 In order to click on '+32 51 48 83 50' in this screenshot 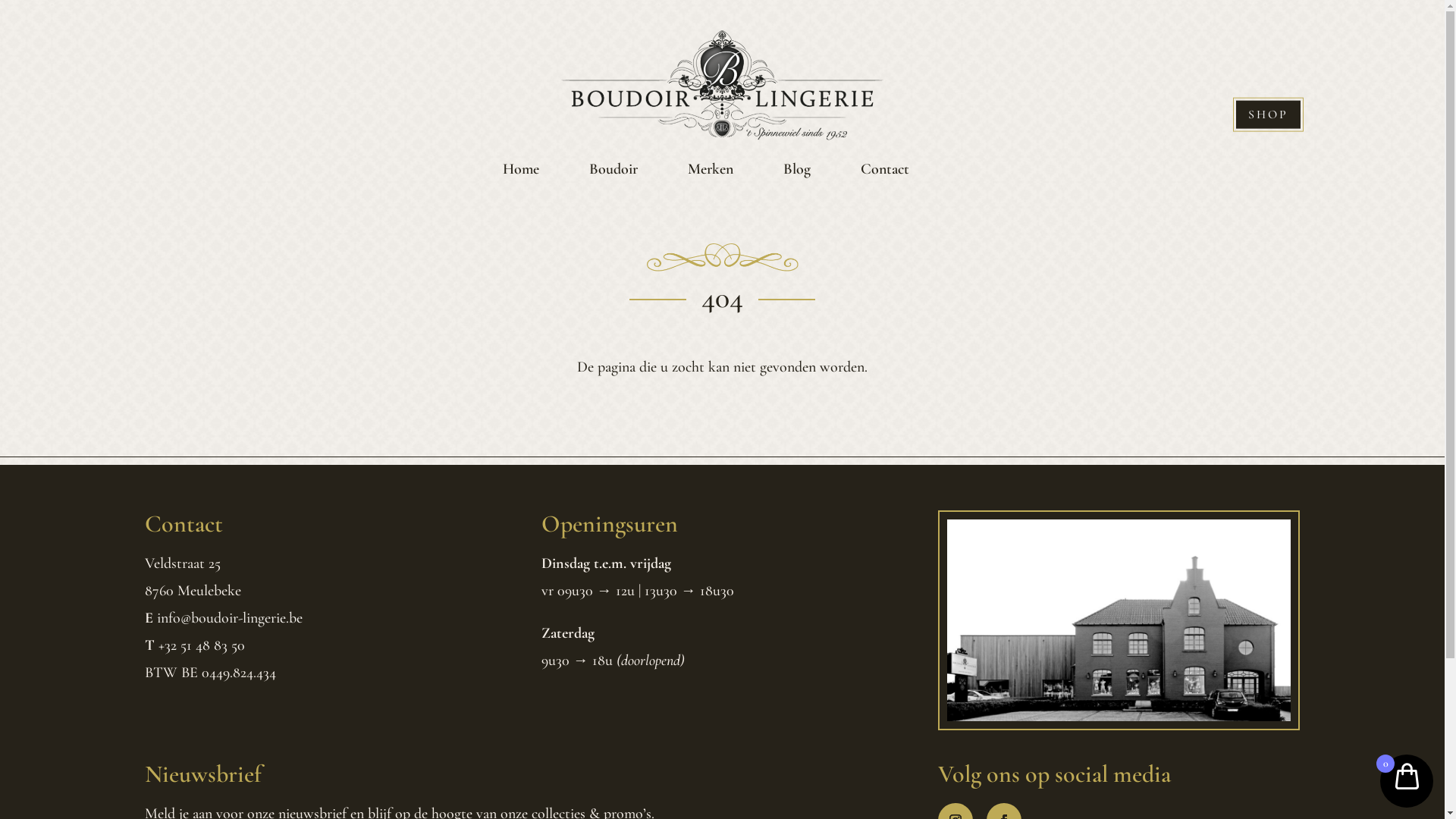, I will do `click(157, 645)`.